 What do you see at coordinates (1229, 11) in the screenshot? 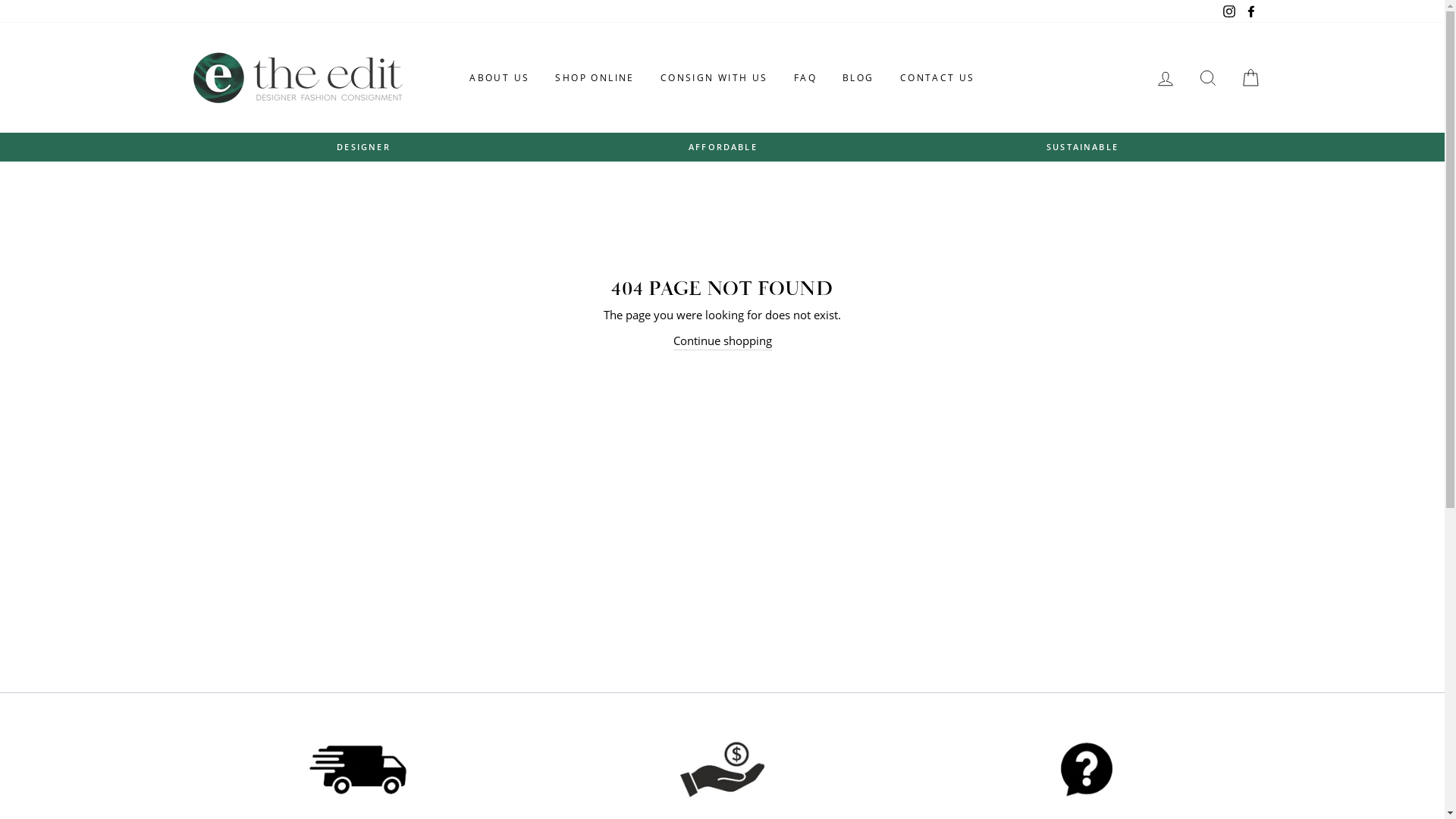
I see `'Instagram'` at bounding box center [1229, 11].